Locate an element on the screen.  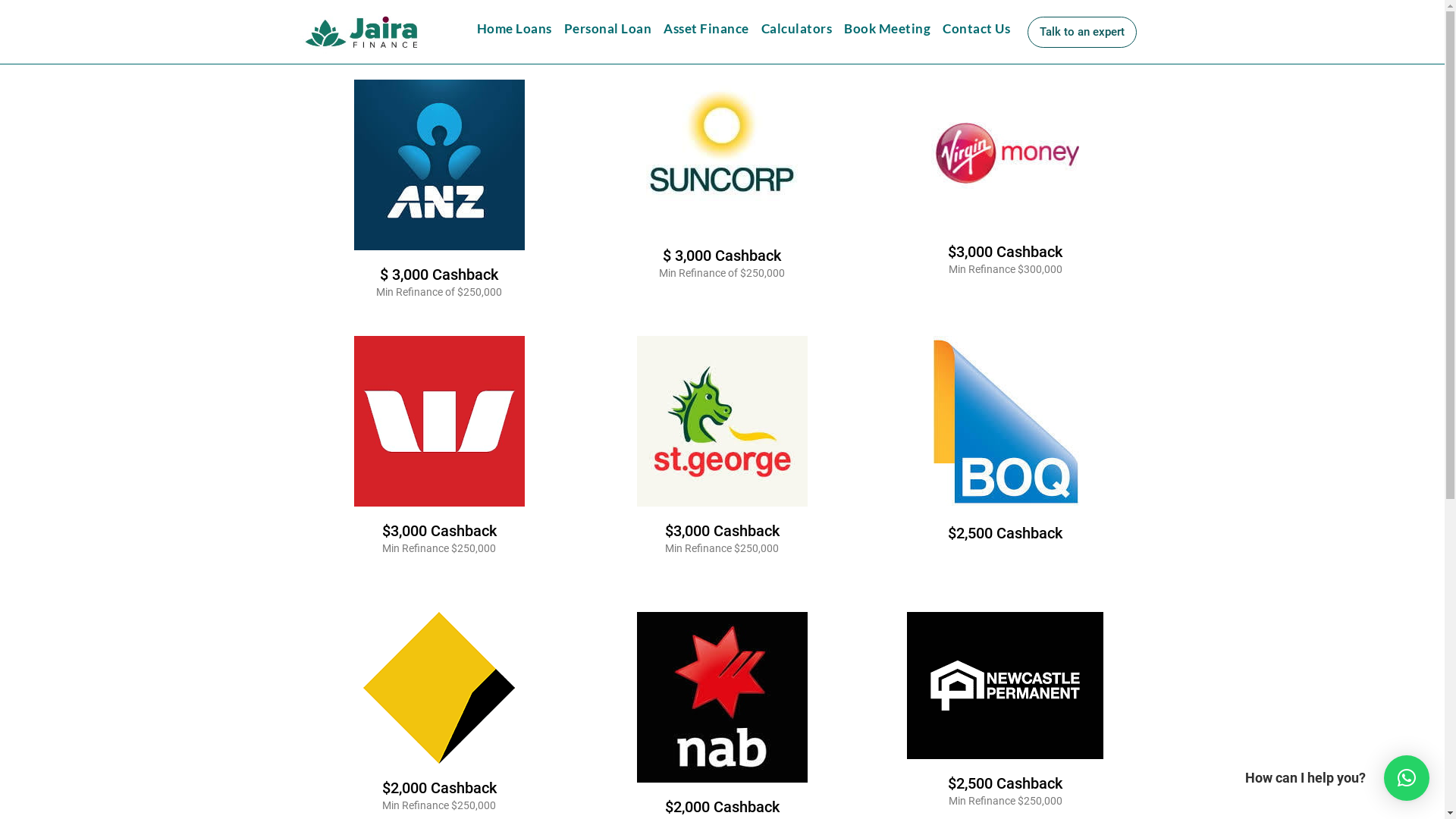
'Calculators' is located at coordinates (796, 29).